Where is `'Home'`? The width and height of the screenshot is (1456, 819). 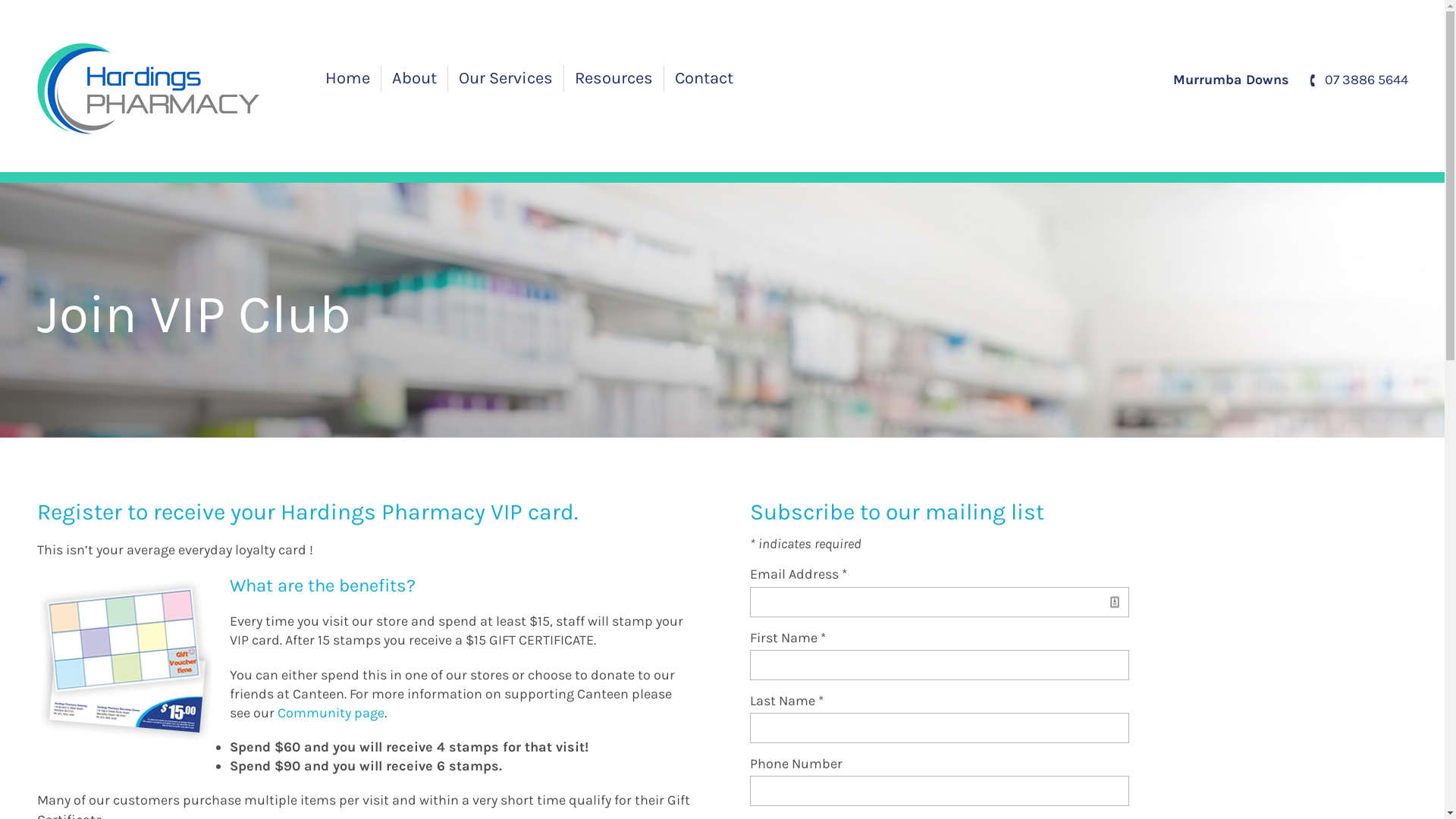
'Home' is located at coordinates (347, 78).